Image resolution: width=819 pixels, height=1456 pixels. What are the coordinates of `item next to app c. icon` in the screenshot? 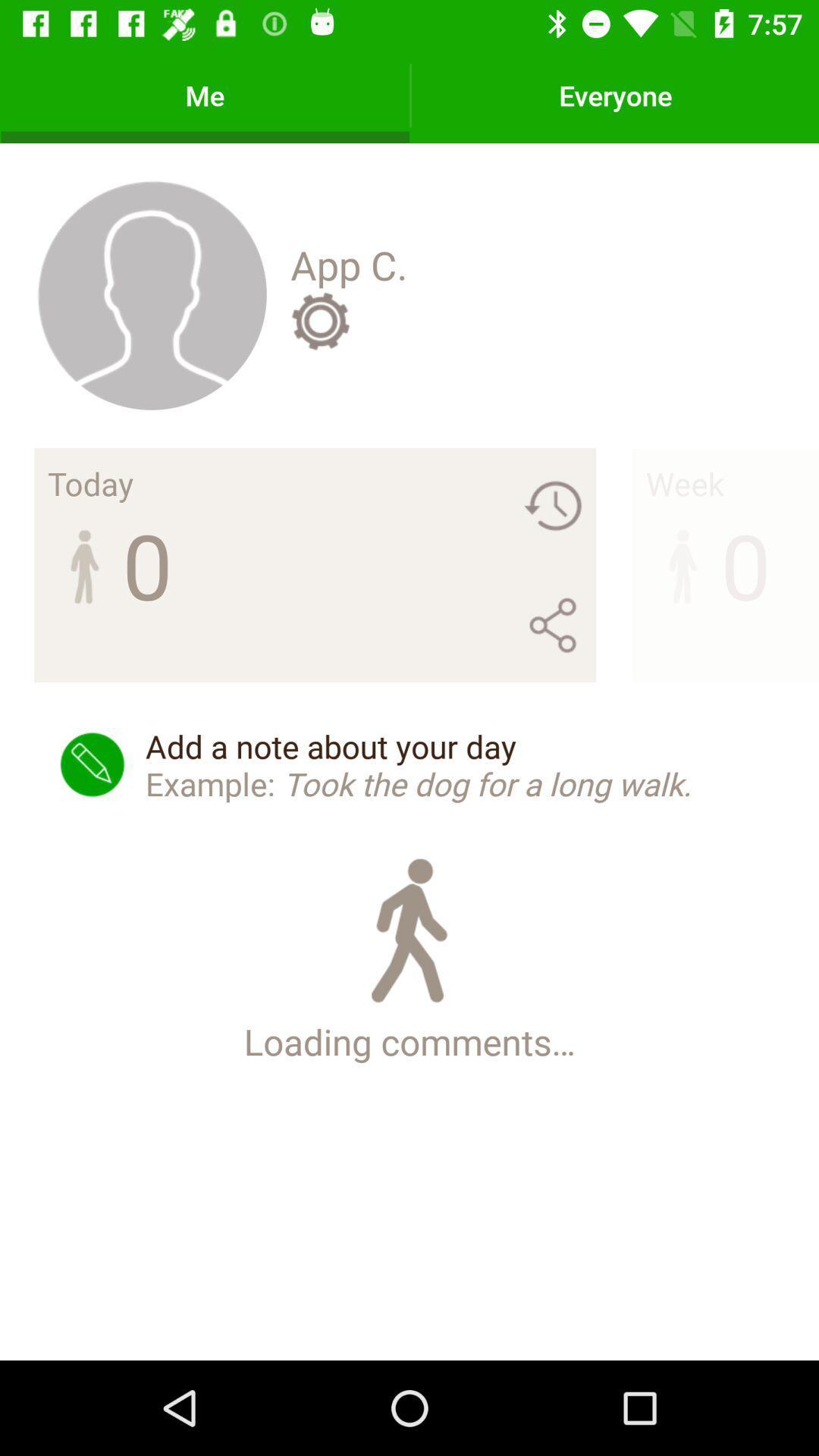 It's located at (151, 294).